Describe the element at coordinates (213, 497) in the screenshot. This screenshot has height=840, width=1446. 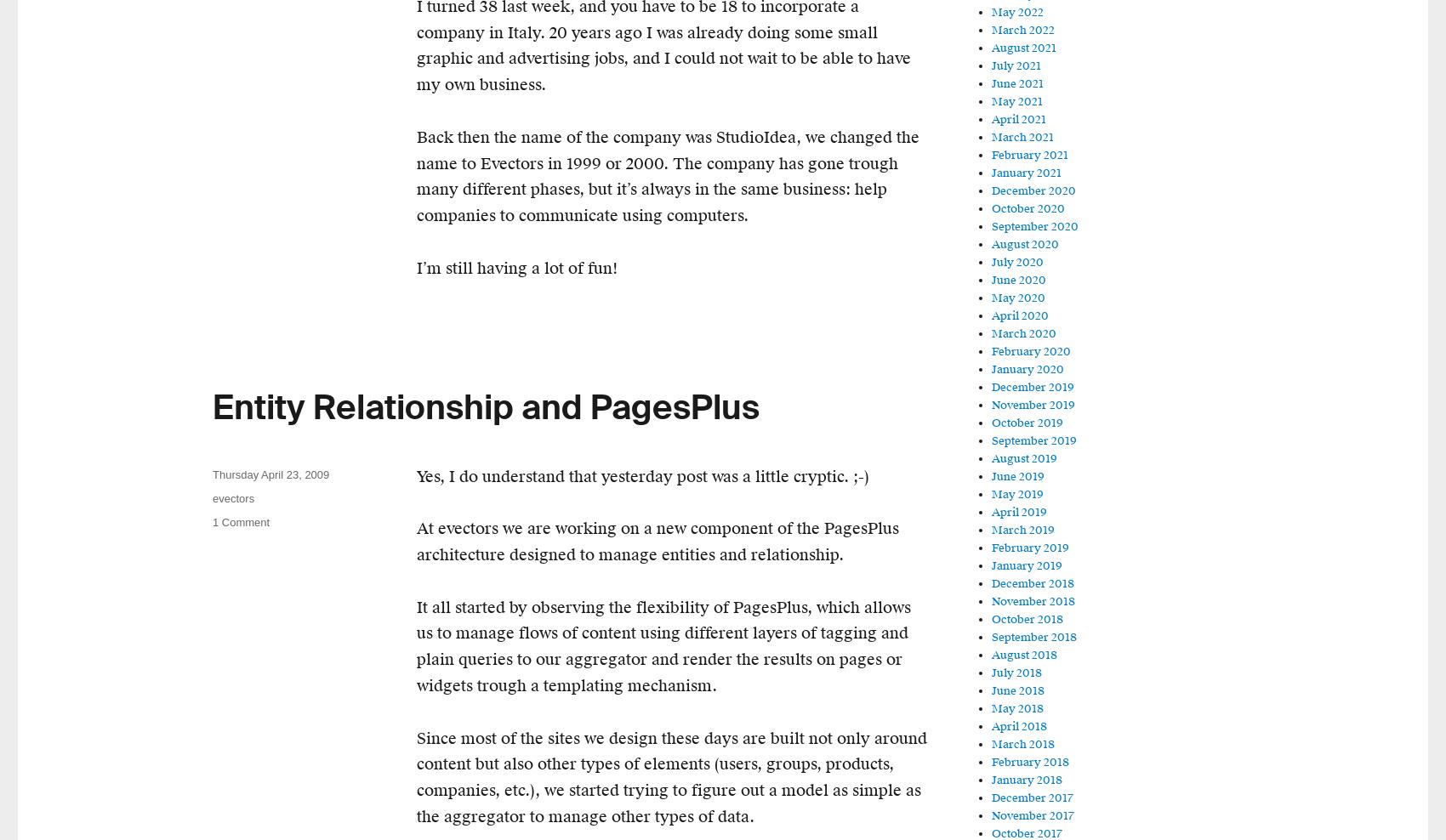
I see `'evectors'` at that location.